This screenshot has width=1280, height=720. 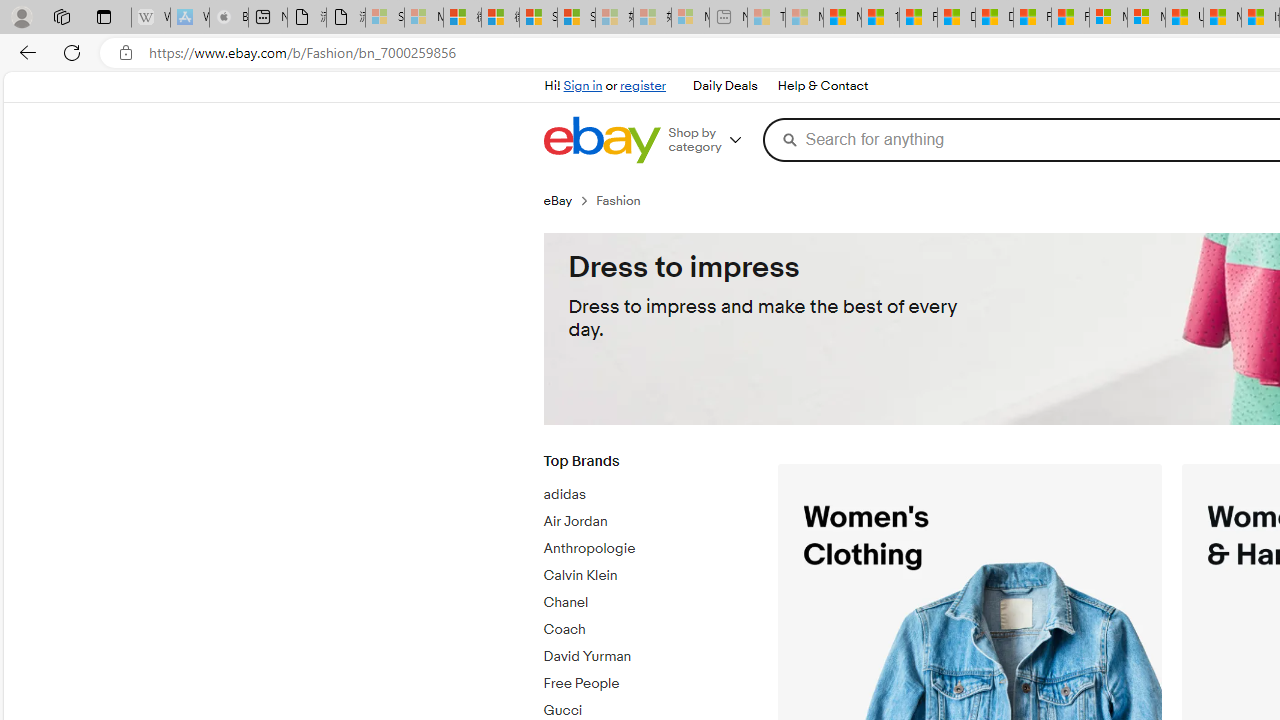 I want to click on 'Foo BAR | Trusted Community Engagement and Contributions', so click(x=1069, y=17).